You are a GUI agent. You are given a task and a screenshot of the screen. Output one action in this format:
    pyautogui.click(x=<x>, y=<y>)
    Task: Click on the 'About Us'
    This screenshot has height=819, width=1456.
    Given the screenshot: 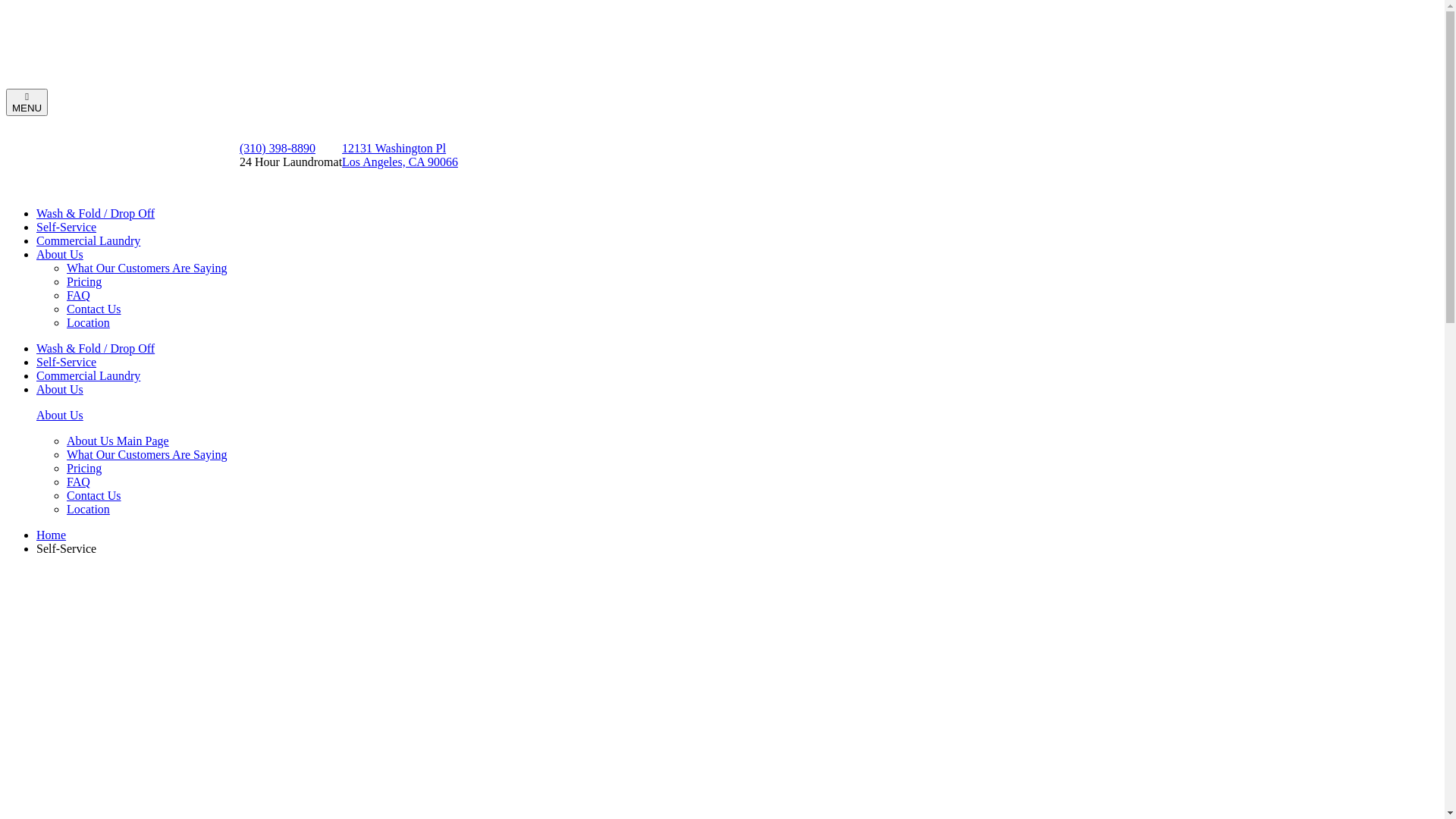 What is the action you would take?
    pyautogui.click(x=59, y=415)
    